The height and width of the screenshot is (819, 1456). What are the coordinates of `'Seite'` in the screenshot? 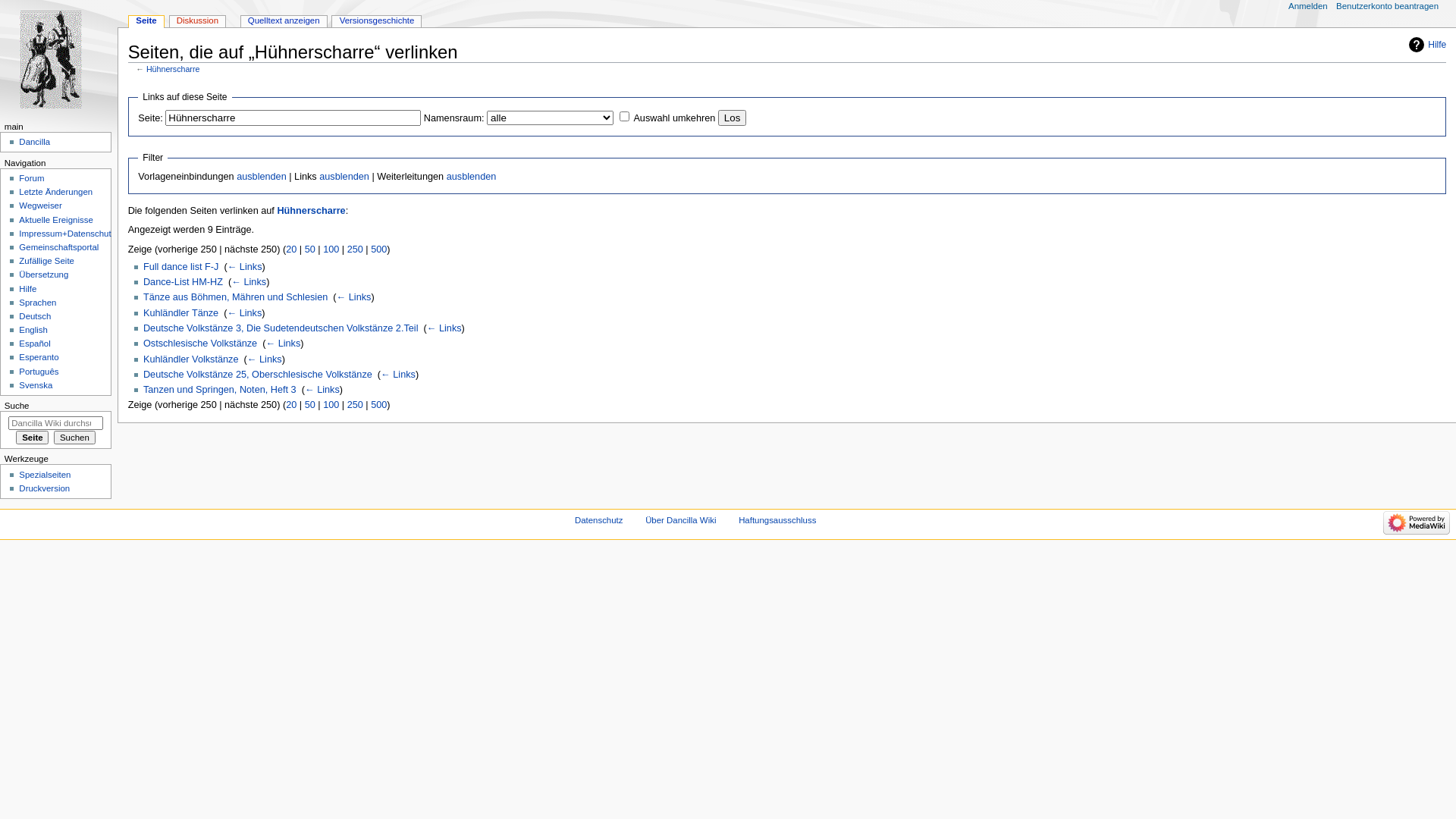 It's located at (146, 21).